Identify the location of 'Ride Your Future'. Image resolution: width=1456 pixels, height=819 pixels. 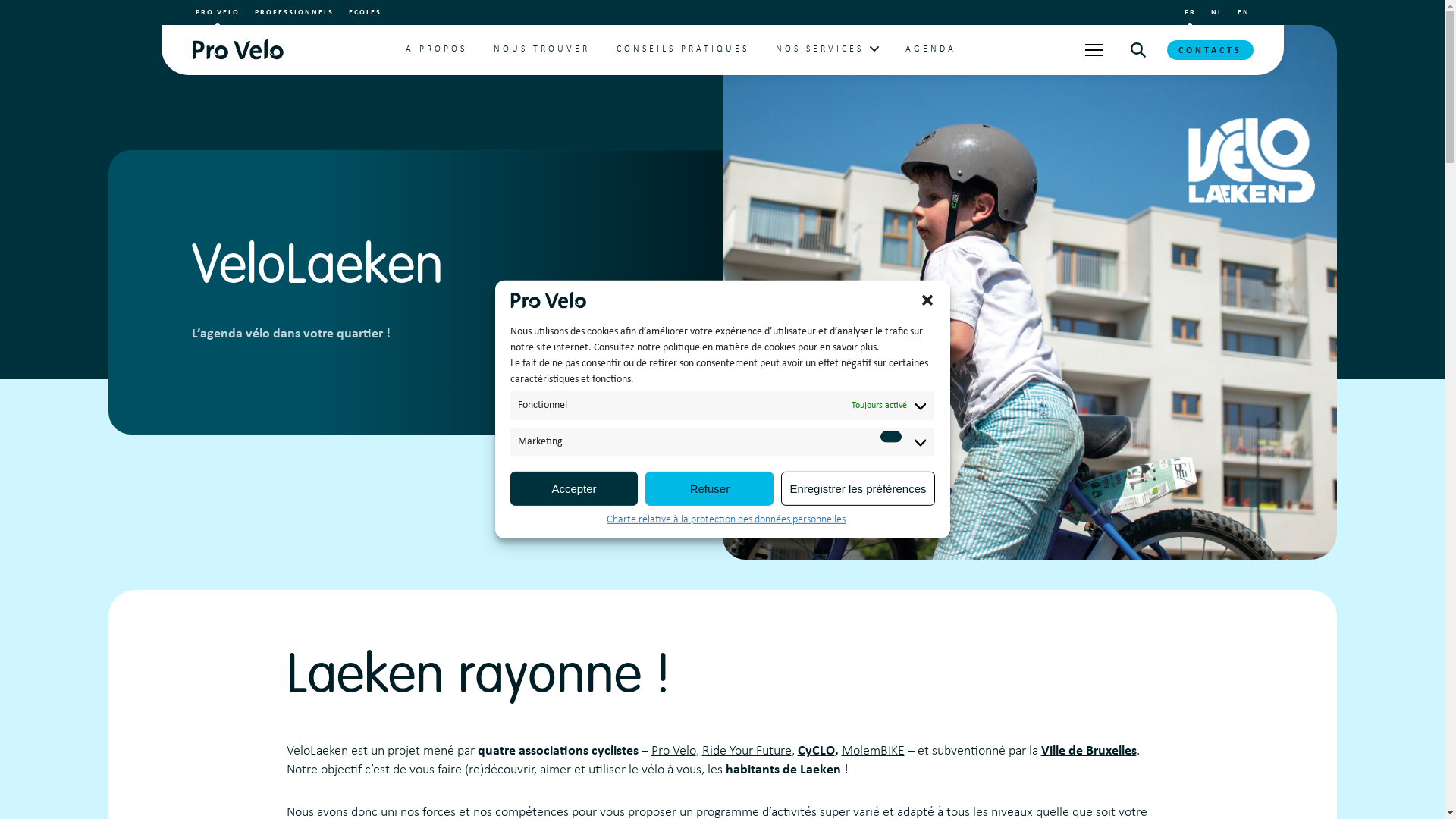
(701, 751).